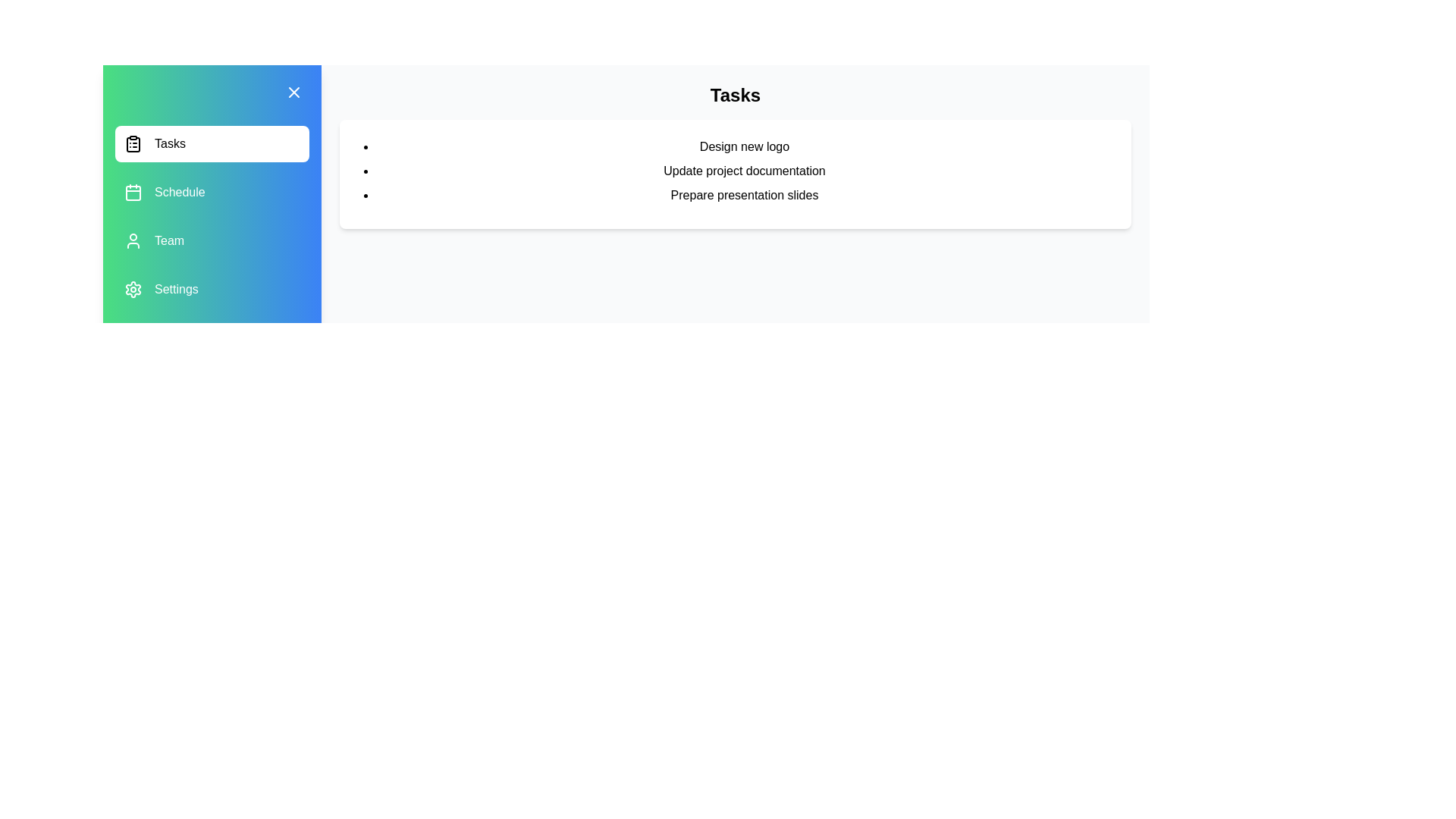 The height and width of the screenshot is (819, 1456). I want to click on the section Settings from the drawer menu, so click(211, 289).